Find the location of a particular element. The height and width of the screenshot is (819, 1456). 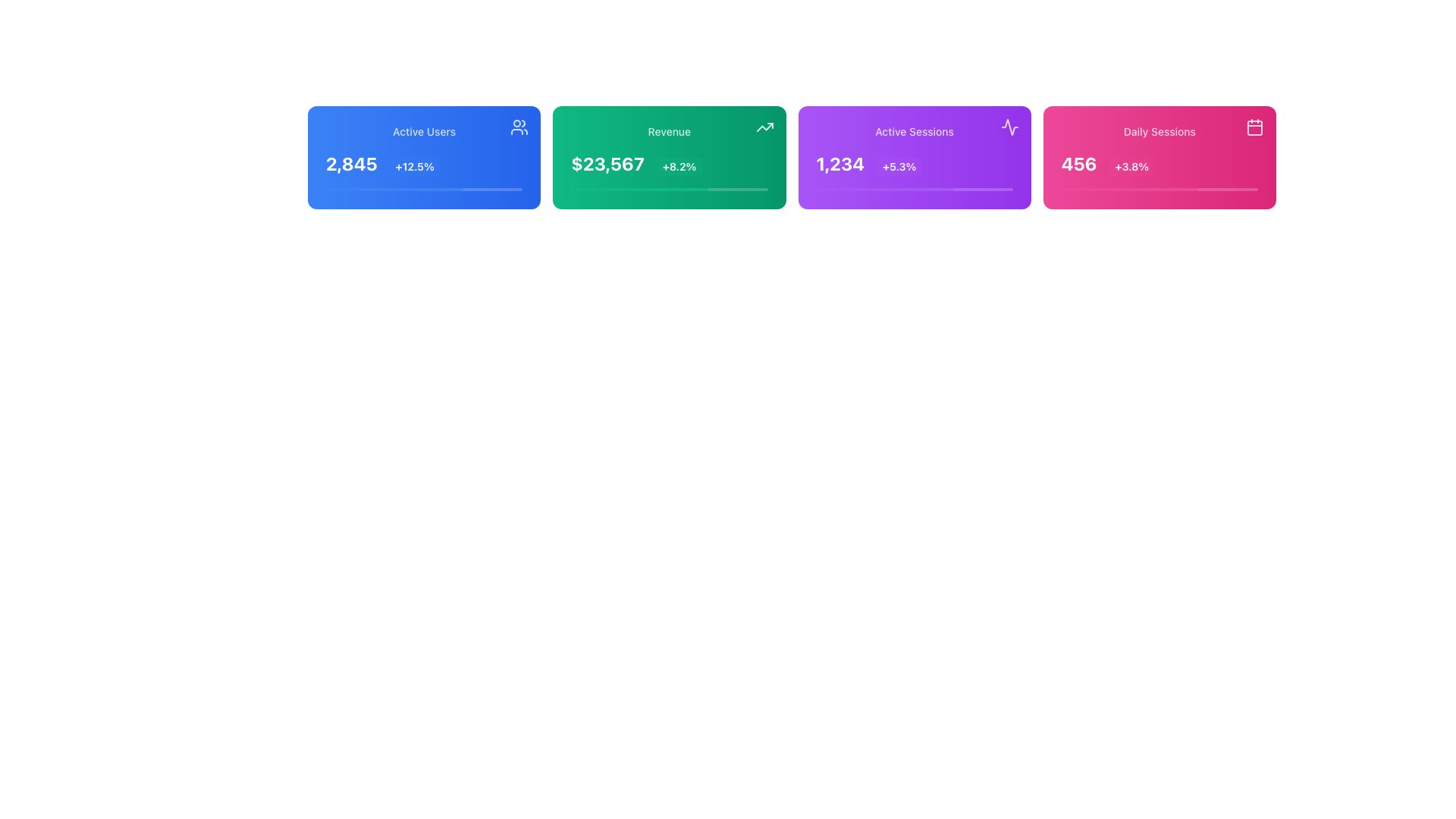

the upward trending line or arrow symbol located in the top-right corner of the green 'Revenue' card, indicating positive growth is located at coordinates (764, 127).